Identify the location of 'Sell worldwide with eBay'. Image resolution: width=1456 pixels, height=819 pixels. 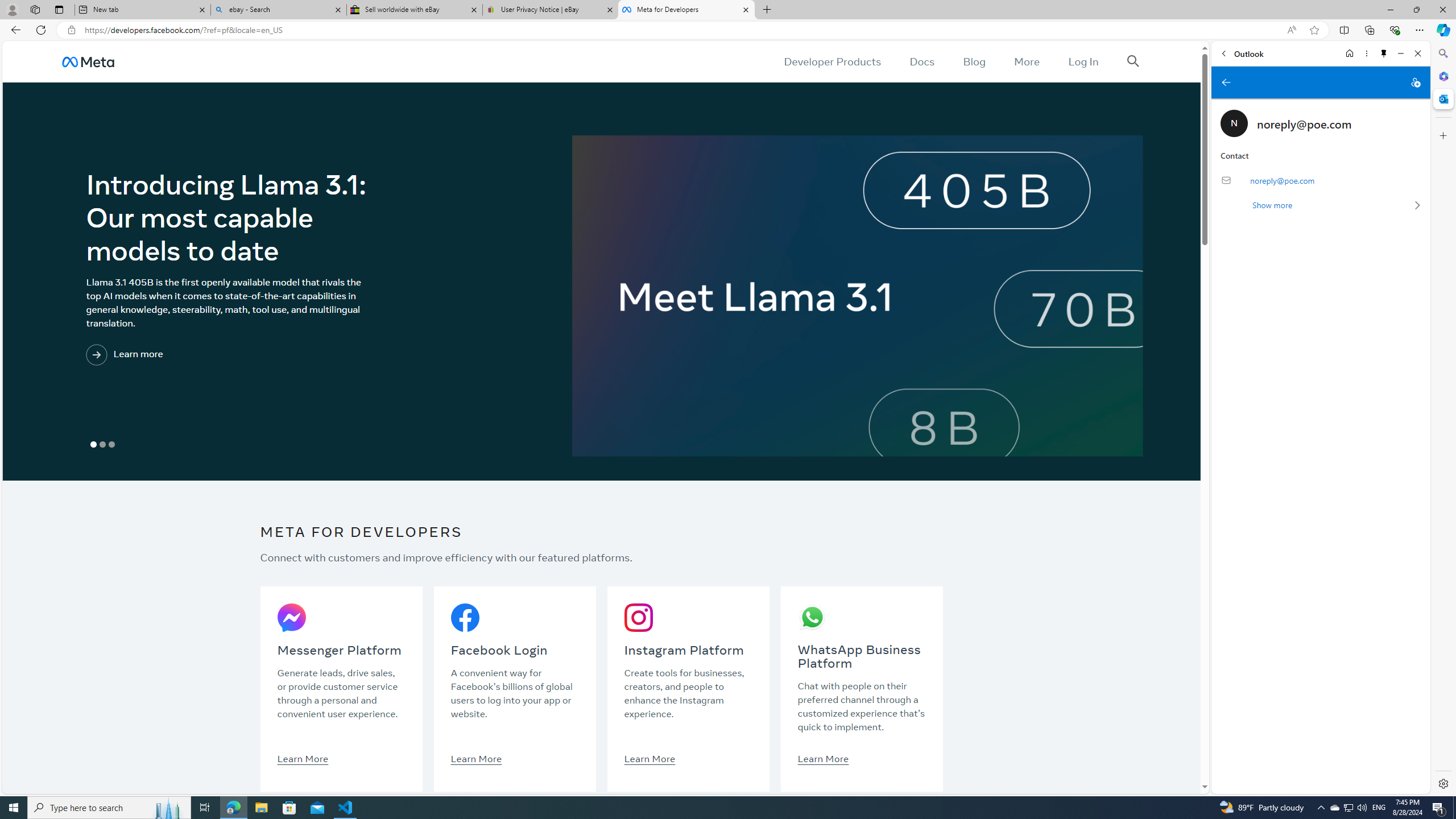
(415, 9).